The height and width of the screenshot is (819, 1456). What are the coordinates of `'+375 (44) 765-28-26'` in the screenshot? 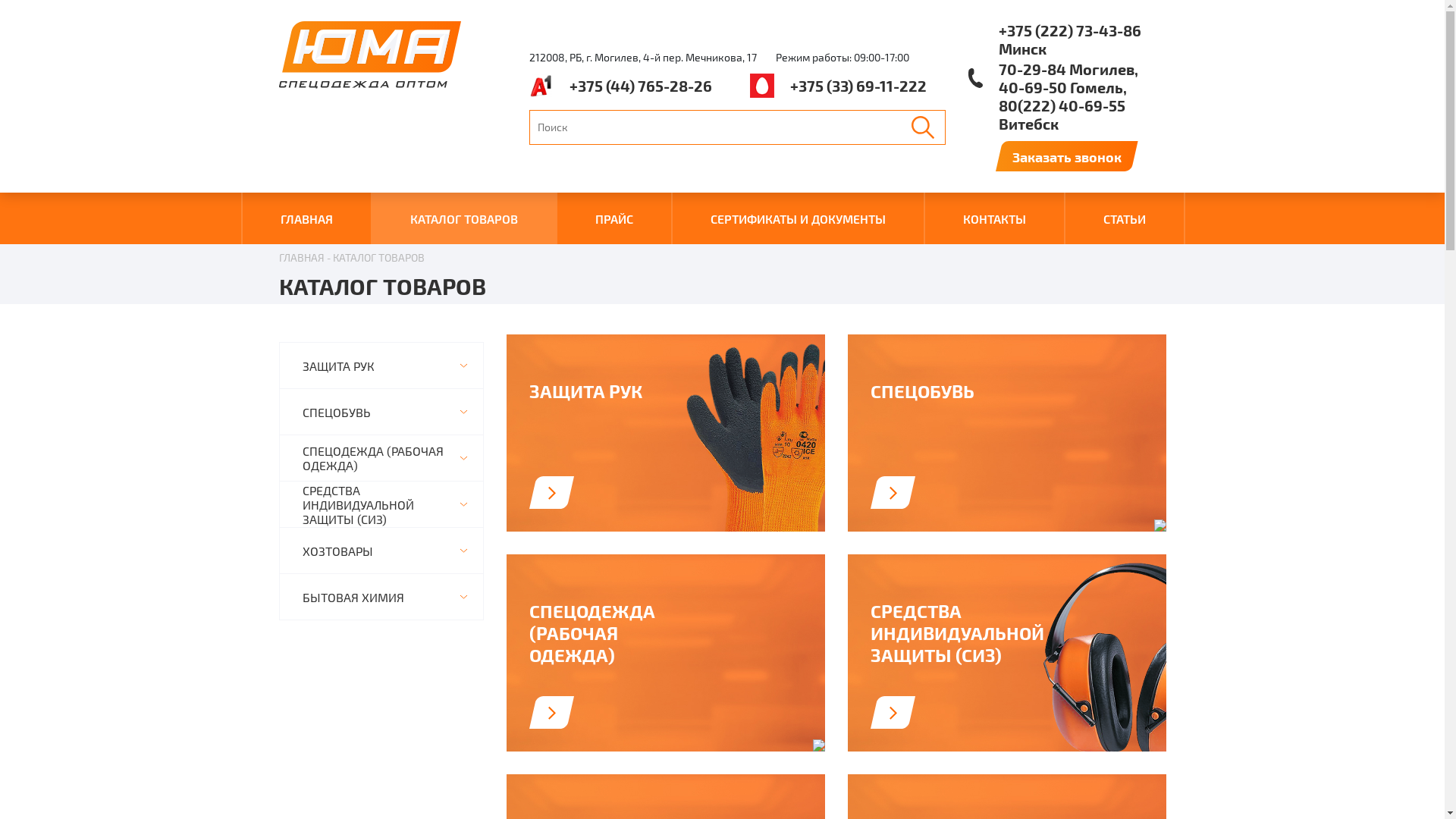 It's located at (620, 84).